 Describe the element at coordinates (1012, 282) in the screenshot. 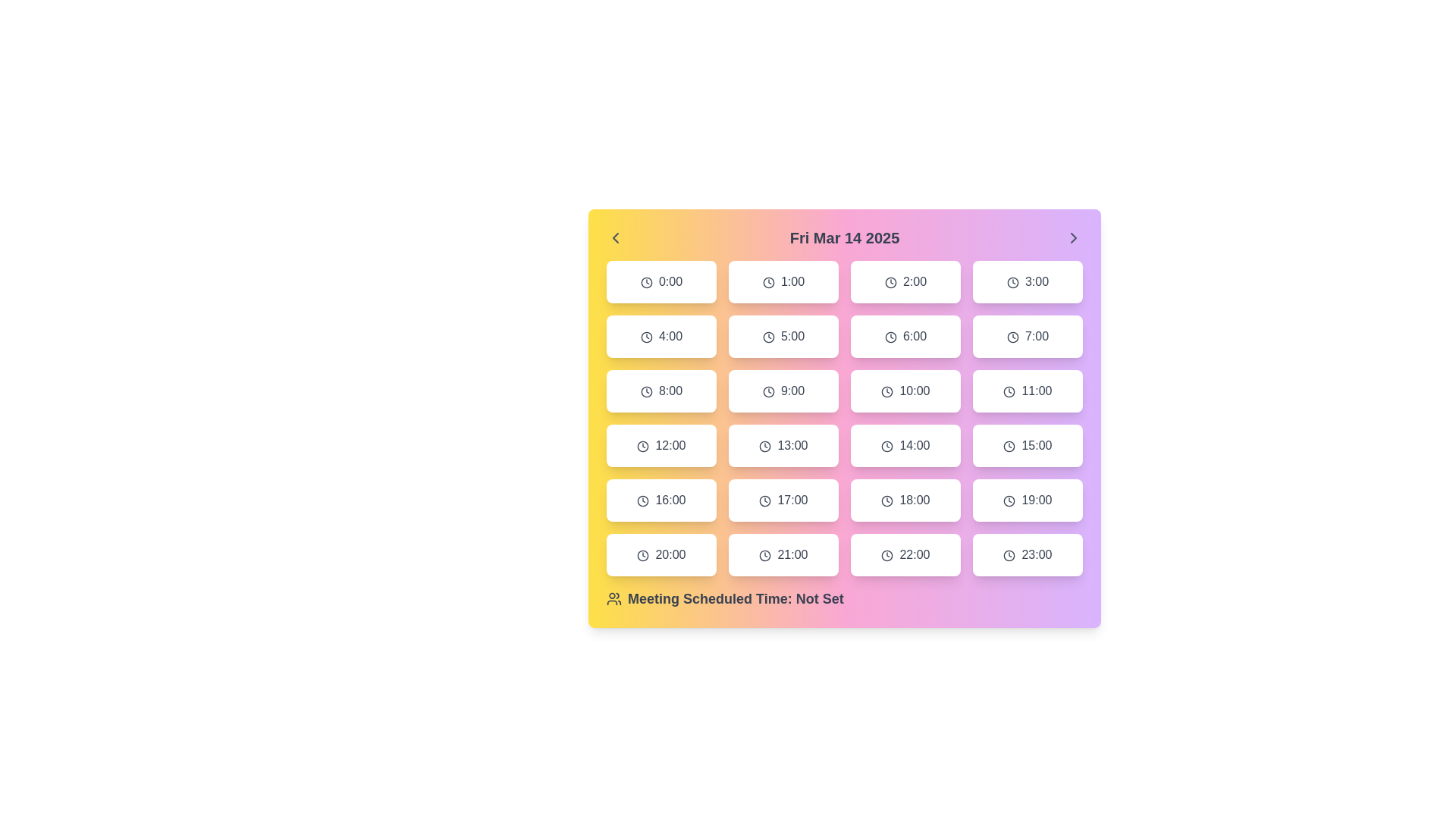

I see `the small circular clock icon located to the left of the '3:00' text in the third row and third column of the grid layout` at that location.